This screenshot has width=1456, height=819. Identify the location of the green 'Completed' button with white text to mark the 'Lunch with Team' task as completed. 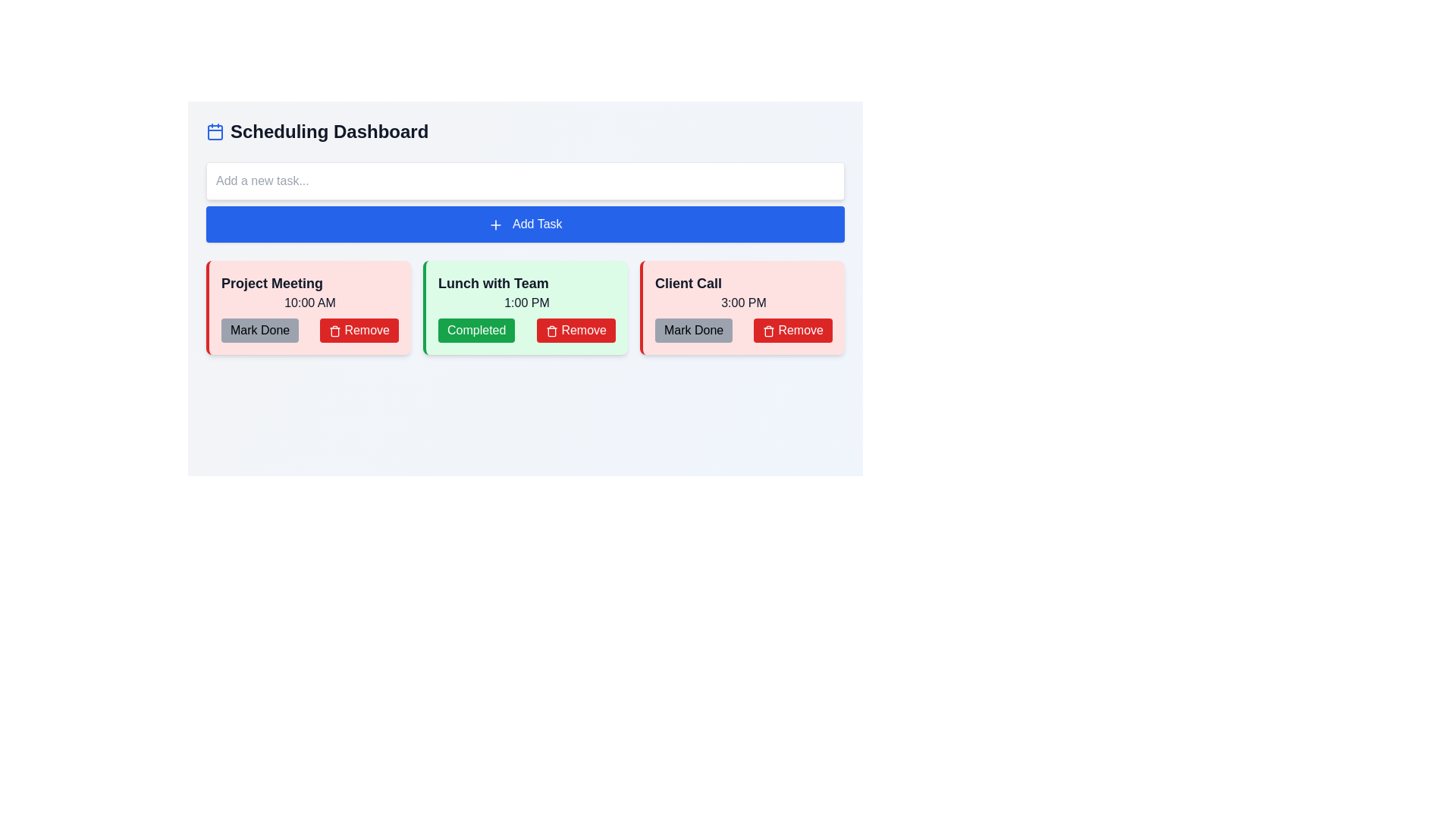
(475, 329).